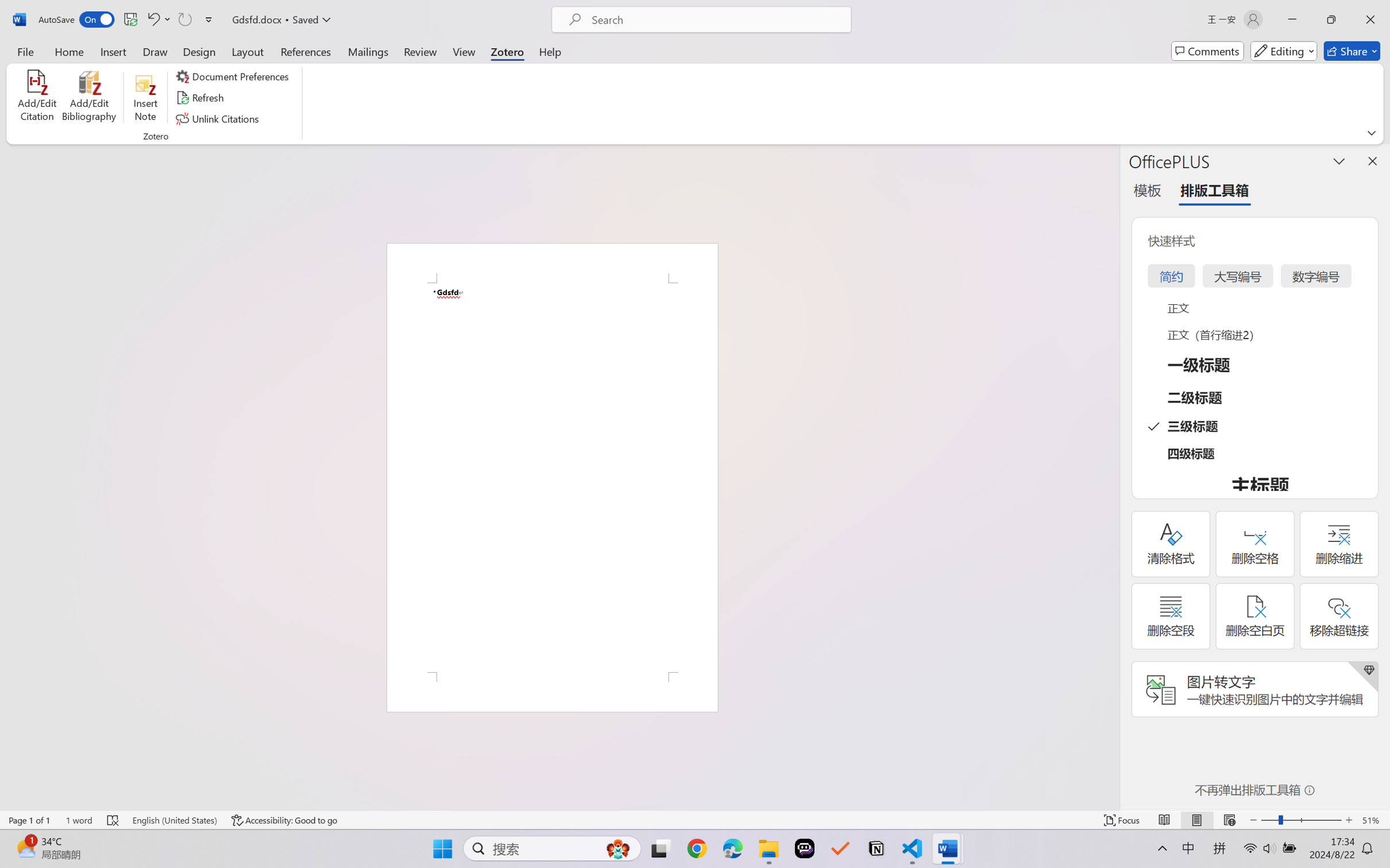  I want to click on 'Undo <ApplyStyleToDoc>b__0', so click(152, 19).